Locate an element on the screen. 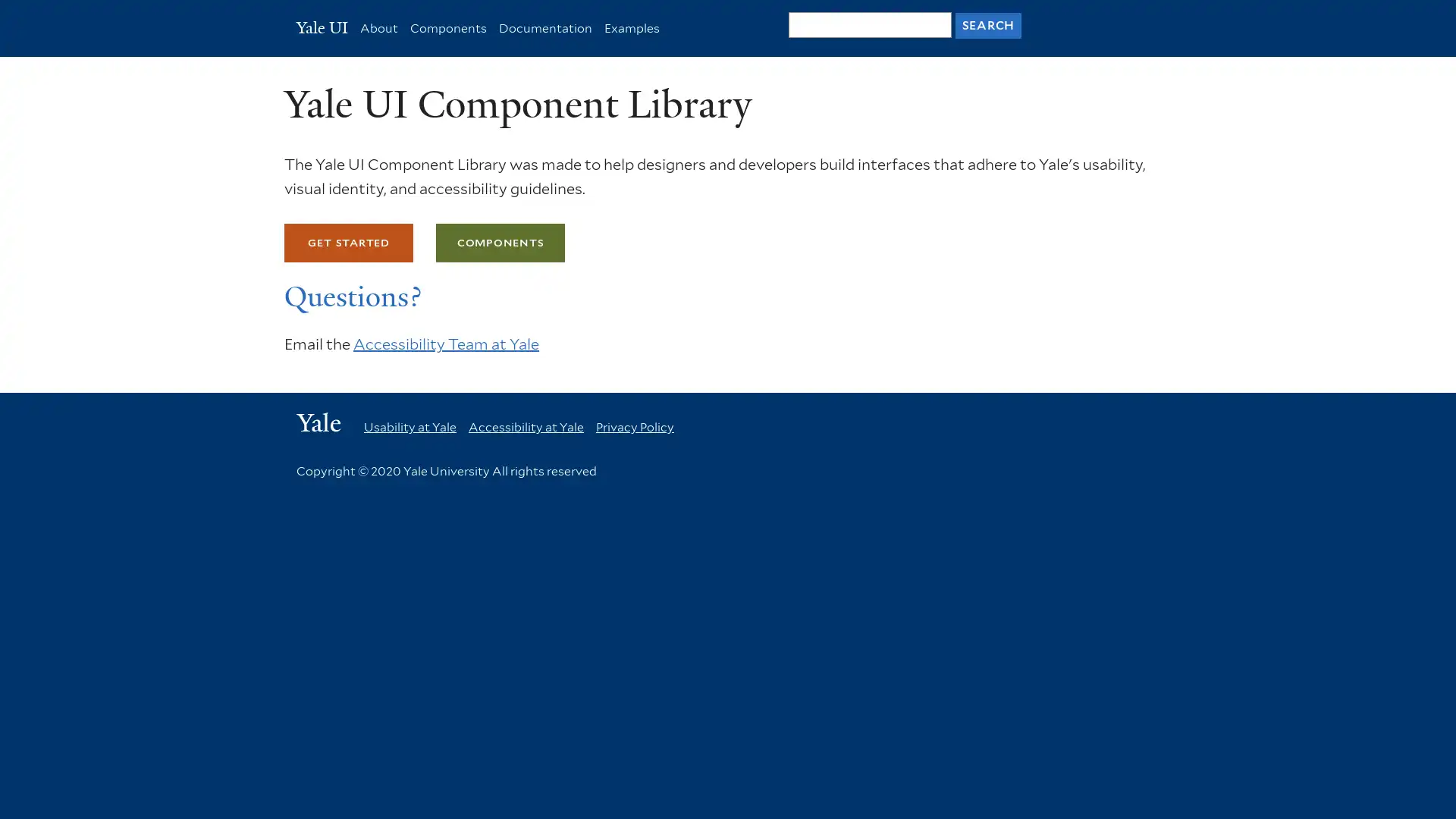  SEARCH is located at coordinates (987, 25).